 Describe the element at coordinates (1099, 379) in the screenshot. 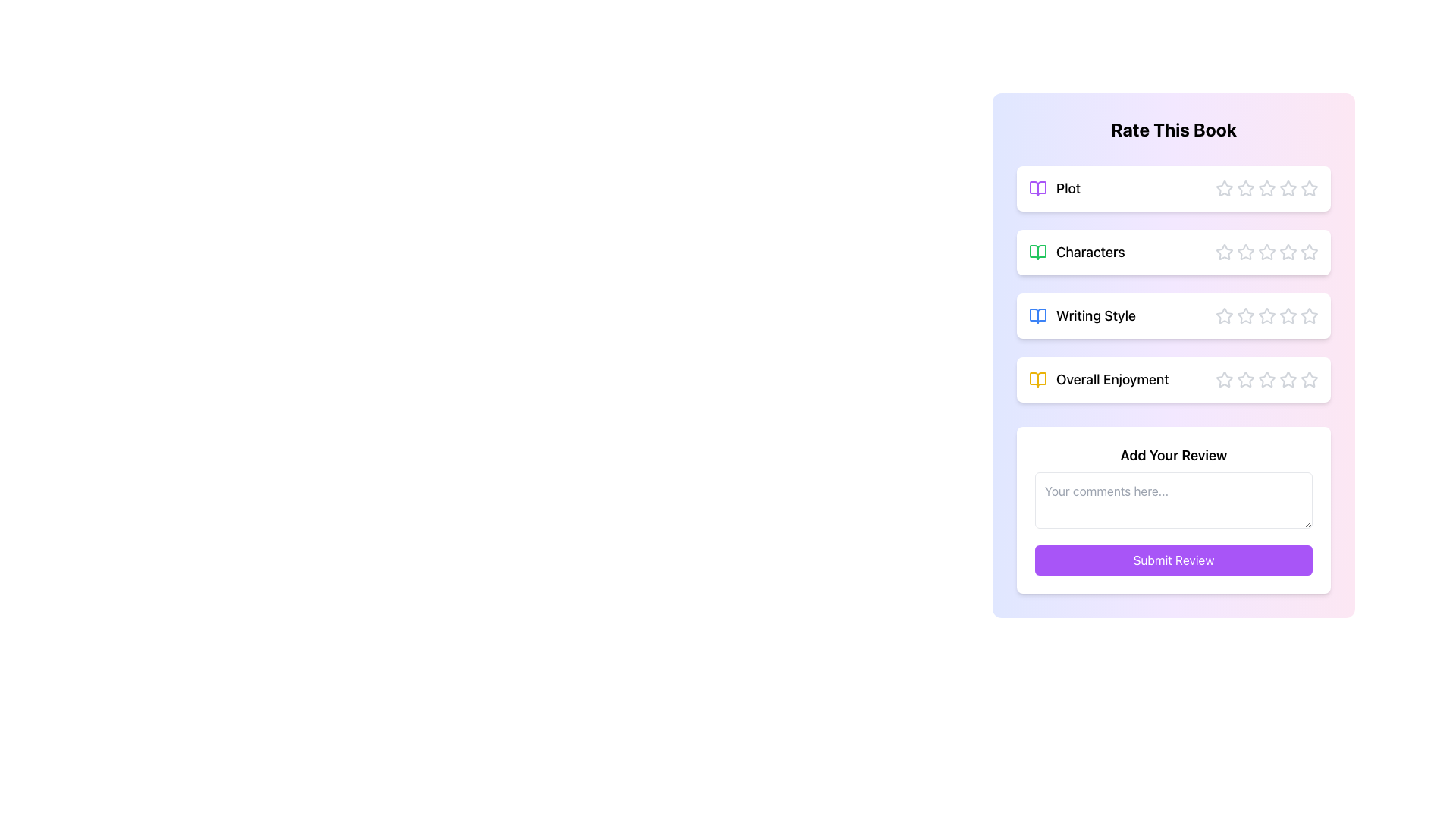

I see `the label displaying 'Overall Enjoyment' which is located beside a yellow book icon, positioned below the 'Writing Style' row and above the star rating controls` at that location.